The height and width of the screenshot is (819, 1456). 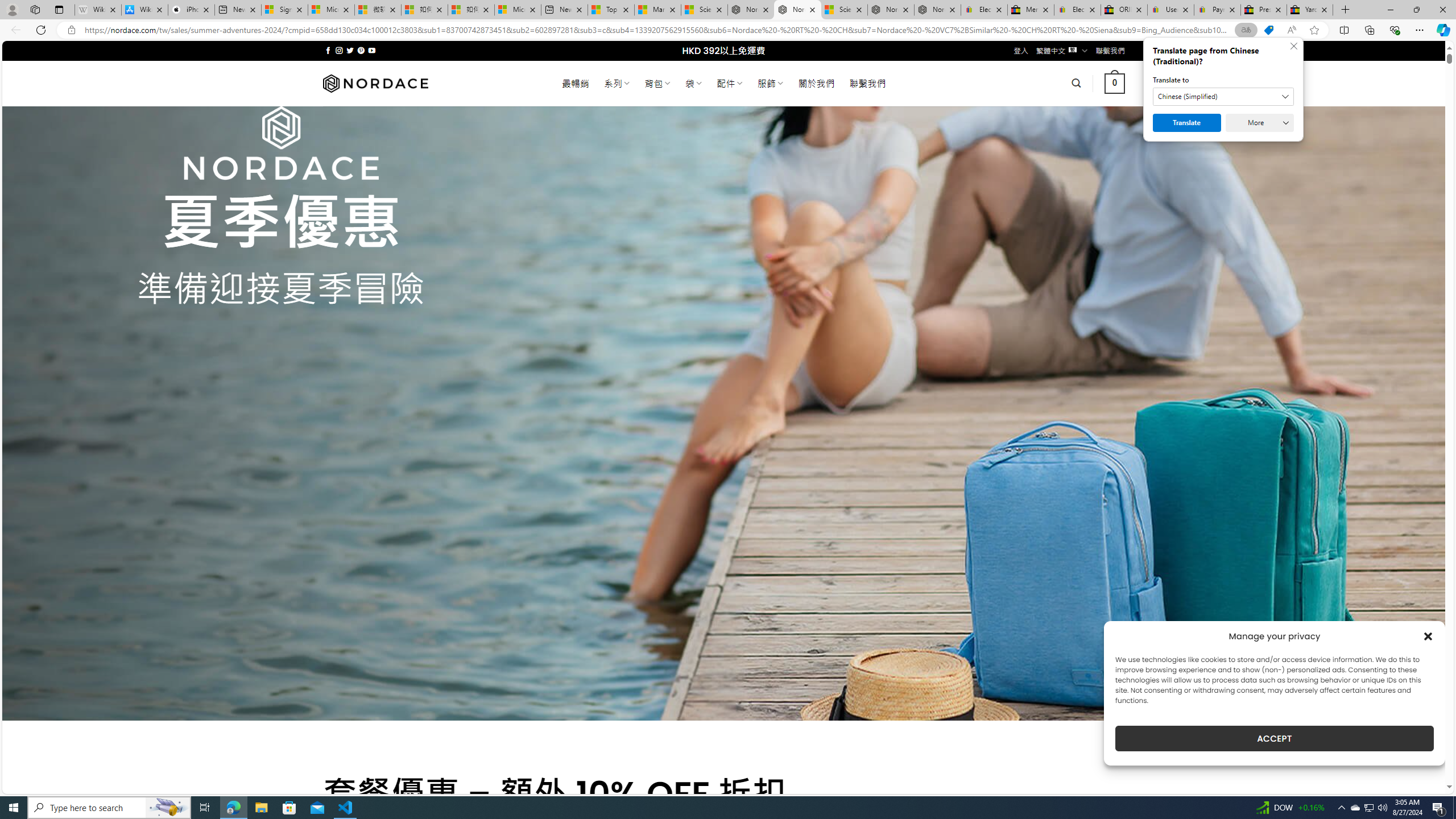 What do you see at coordinates (1275, 738) in the screenshot?
I see `'ACCEPT'` at bounding box center [1275, 738].